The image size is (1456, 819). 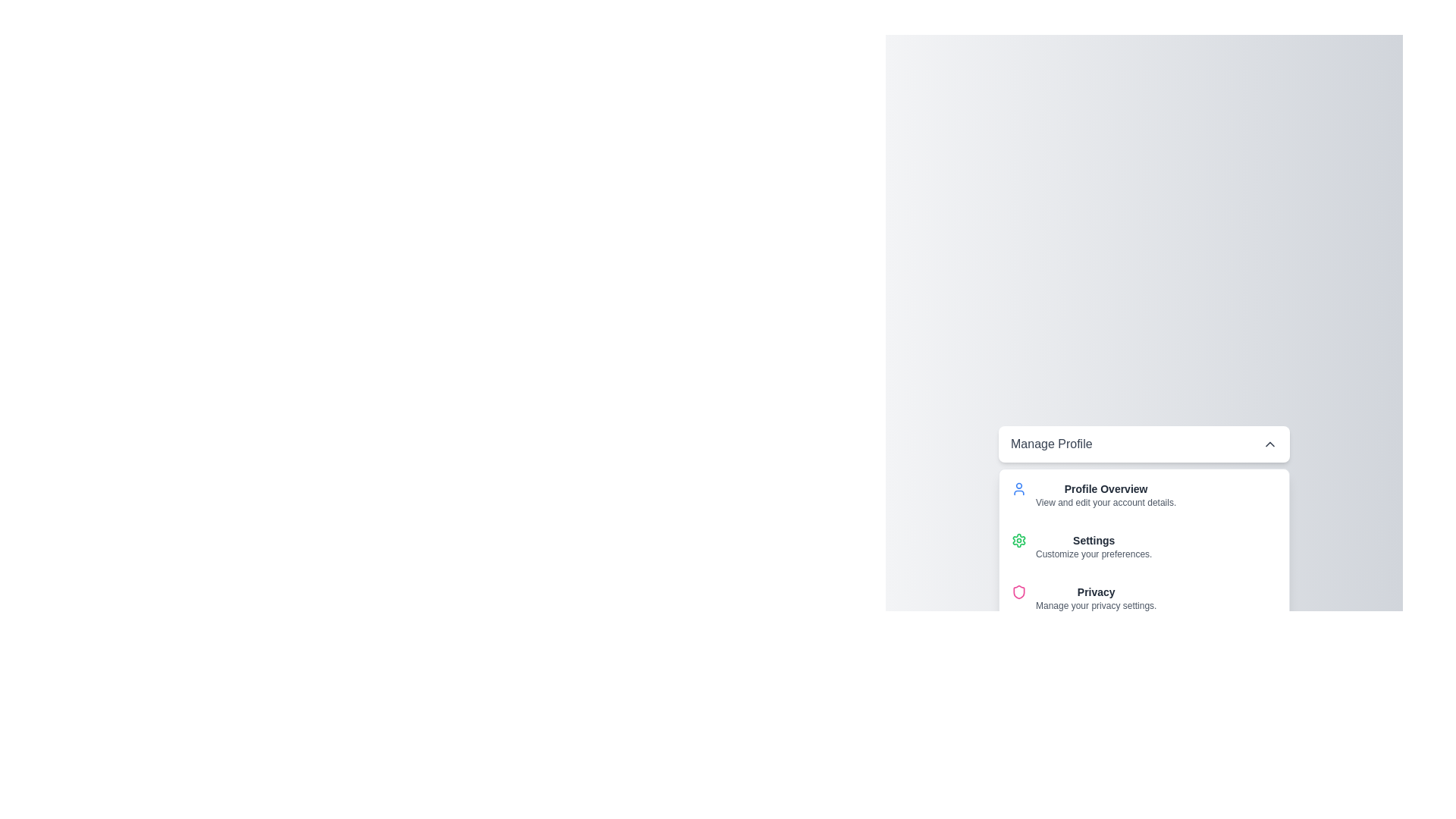 What do you see at coordinates (1144, 547) in the screenshot?
I see `the second navigational list item in the dropdown panel that leads to settings, located between 'Profile Overview' and 'Privacy'` at bounding box center [1144, 547].